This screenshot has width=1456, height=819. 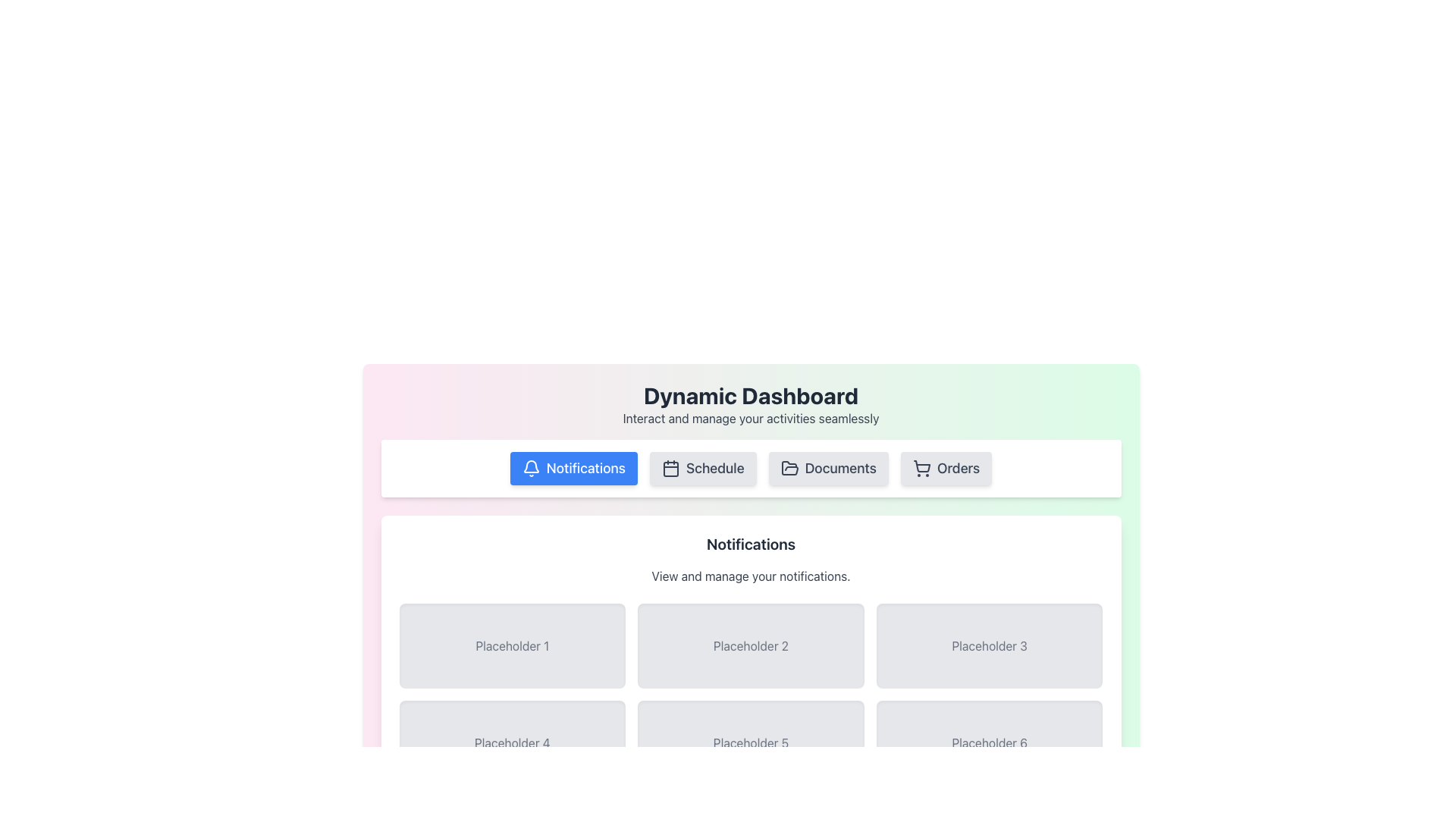 What do you see at coordinates (958, 467) in the screenshot?
I see `the 'Orders' text label located in the navigation bar` at bounding box center [958, 467].